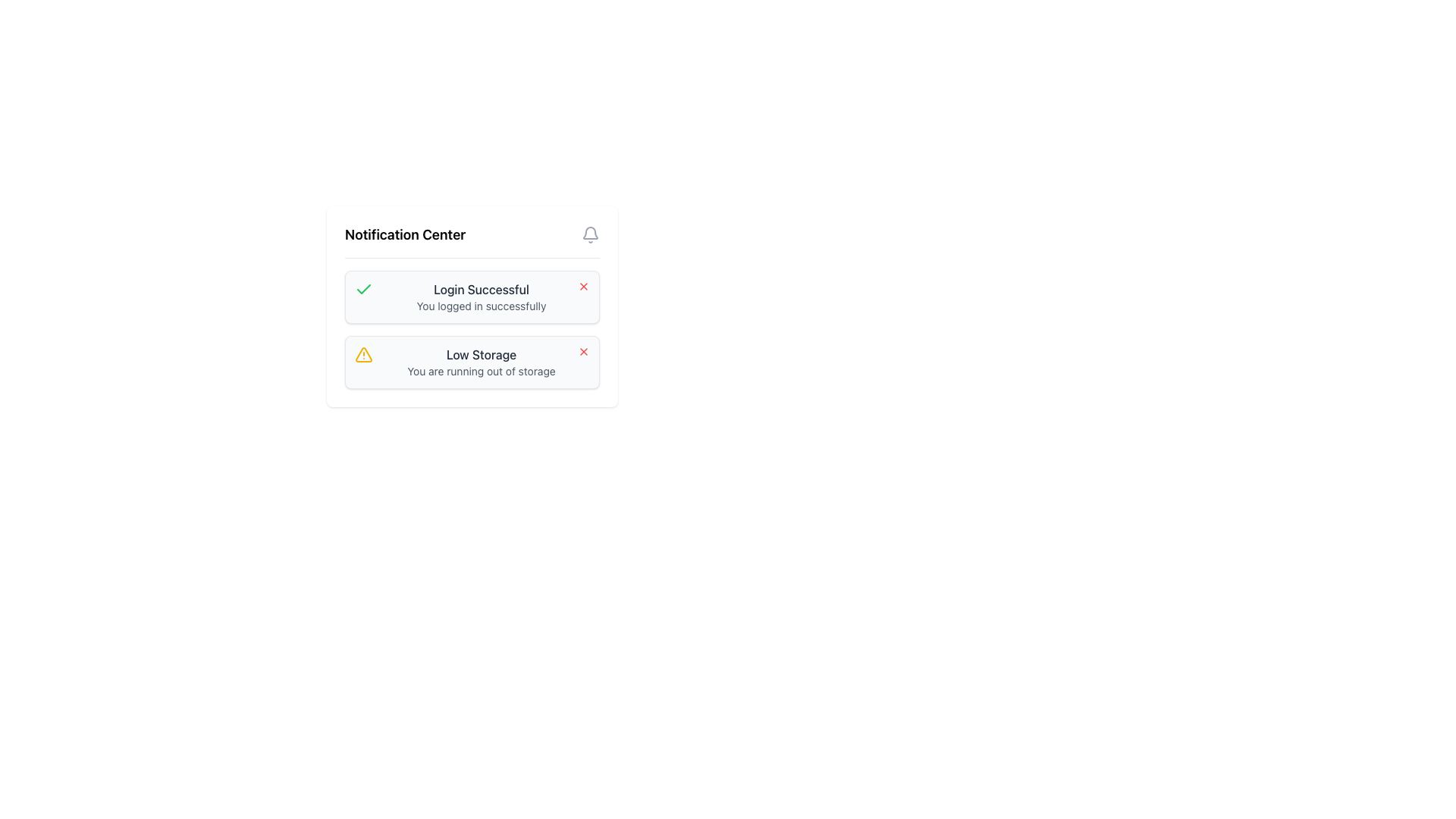 This screenshot has width=1456, height=819. What do you see at coordinates (582, 351) in the screenshot?
I see `the close button in the top-right corner of the 'Low Storage' notification` at bounding box center [582, 351].